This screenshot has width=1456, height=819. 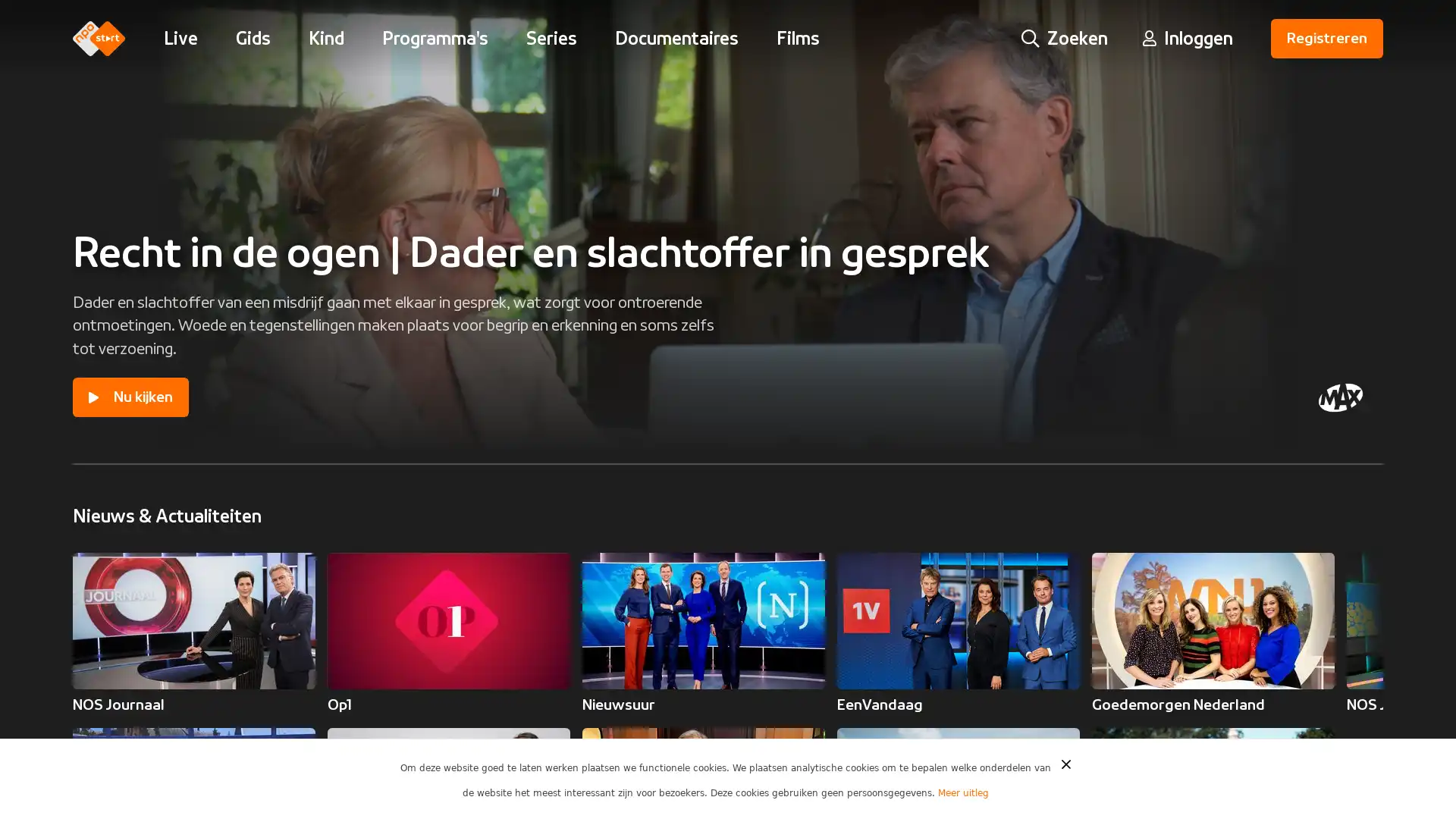 What do you see at coordinates (1326, 37) in the screenshot?
I see `Registreren` at bounding box center [1326, 37].